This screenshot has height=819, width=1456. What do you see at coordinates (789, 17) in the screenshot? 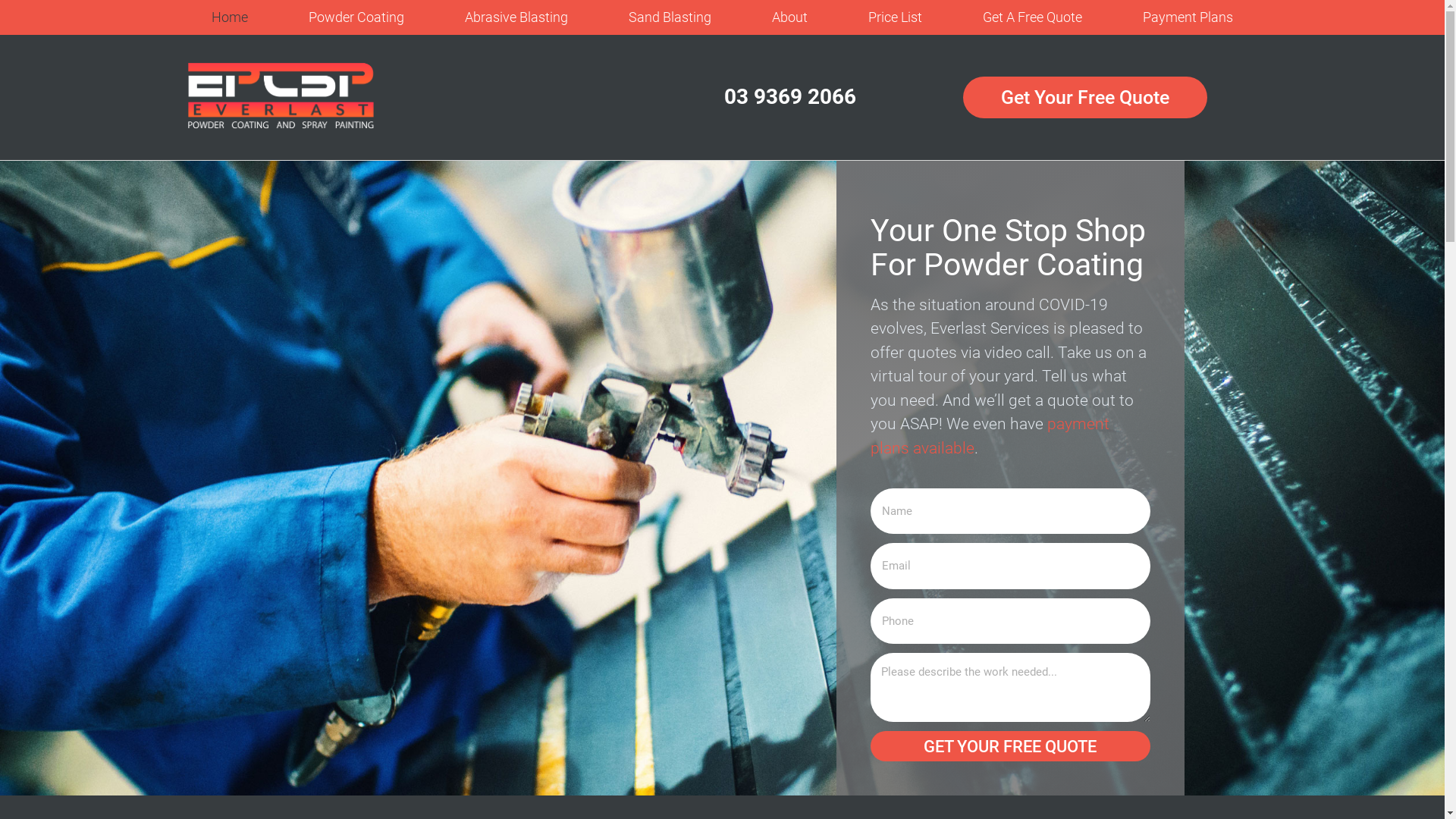
I see `'About'` at bounding box center [789, 17].